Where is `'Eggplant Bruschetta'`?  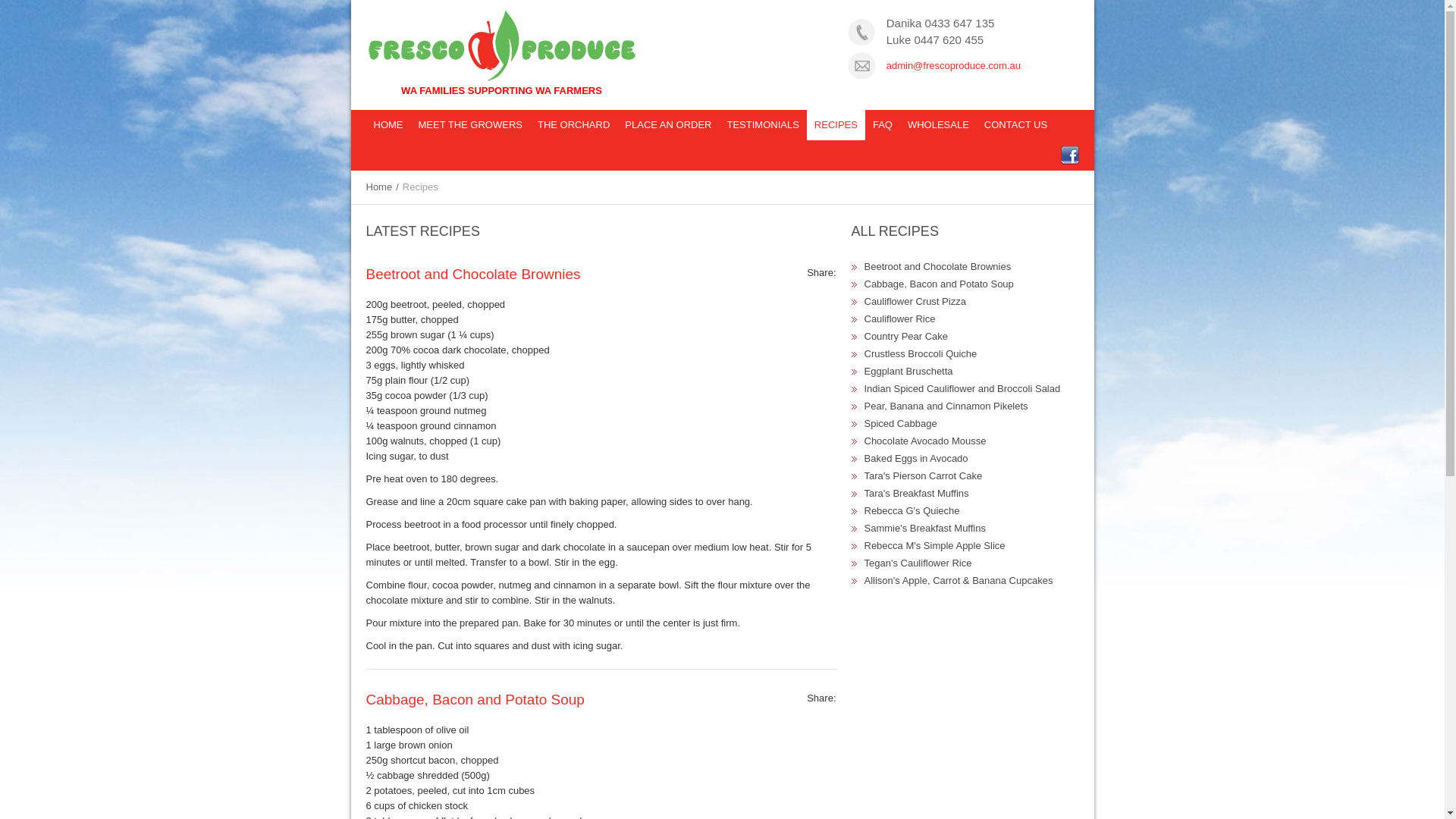
'Eggplant Bruschetta' is located at coordinates (864, 371).